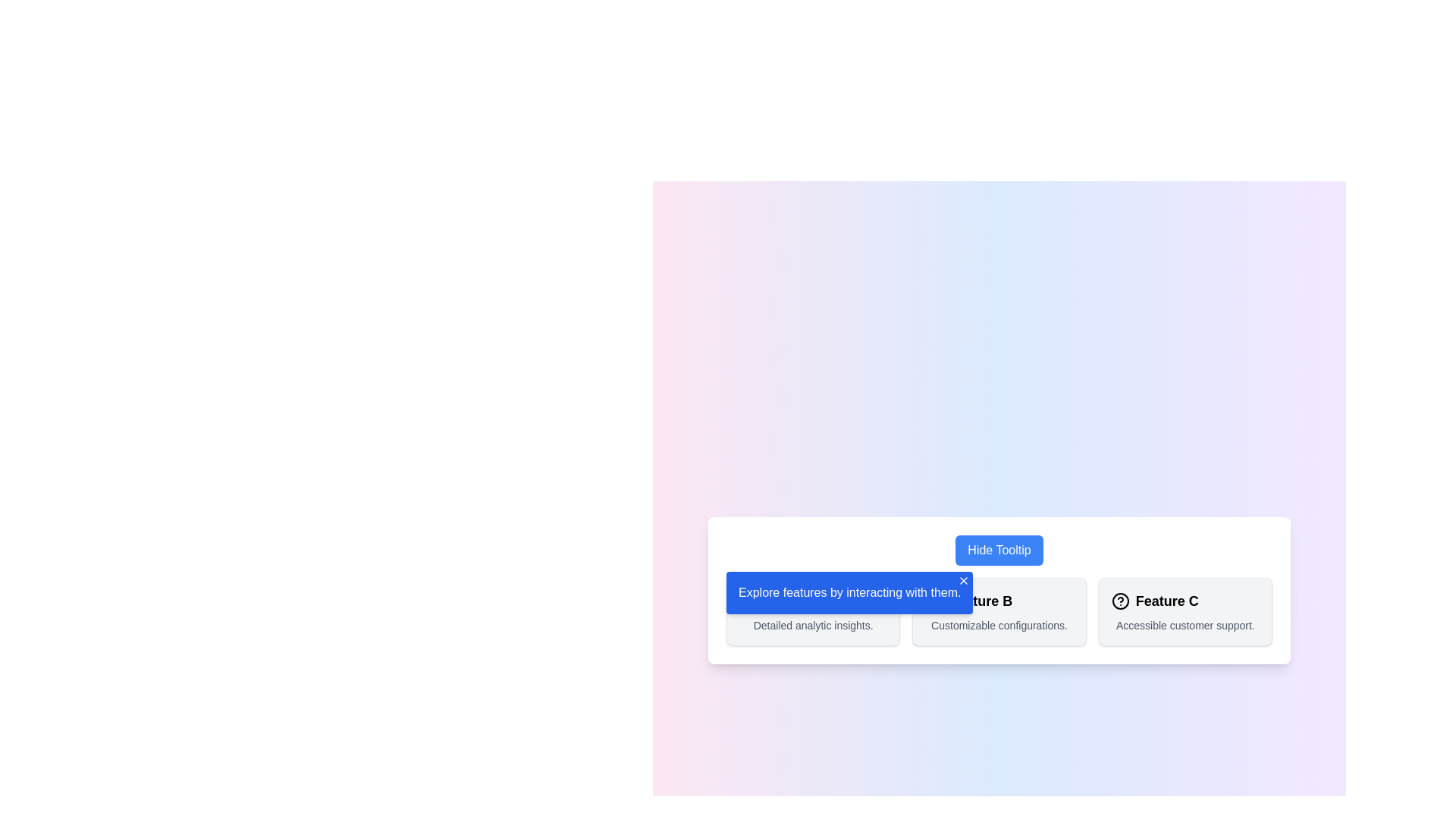 Image resolution: width=1456 pixels, height=819 pixels. Describe the element at coordinates (963, 580) in the screenshot. I see `the small square button with a red 'X' icon on the blue tooltip` at that location.